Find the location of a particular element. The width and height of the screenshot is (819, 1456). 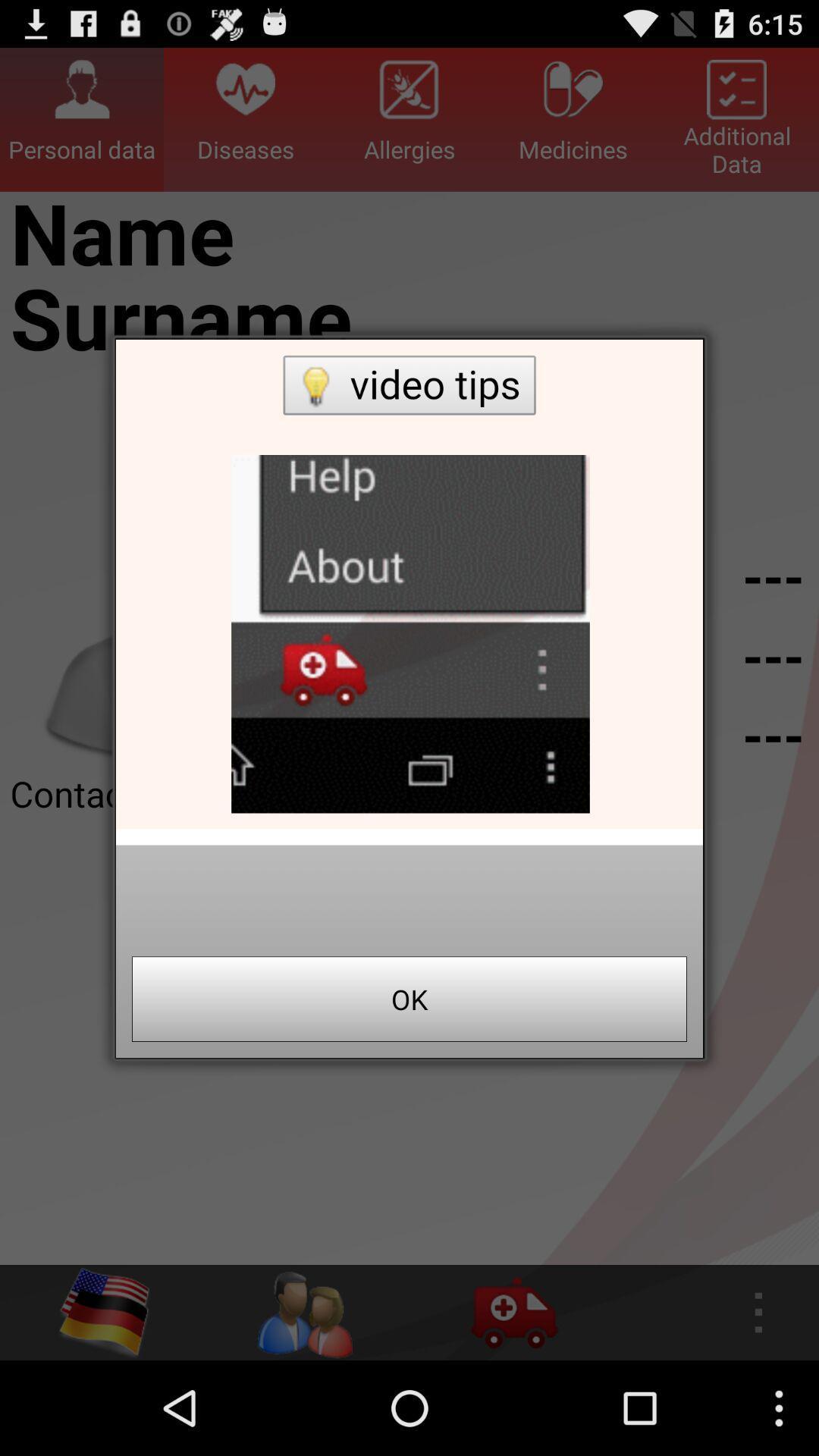

video tips is located at coordinates (409, 583).